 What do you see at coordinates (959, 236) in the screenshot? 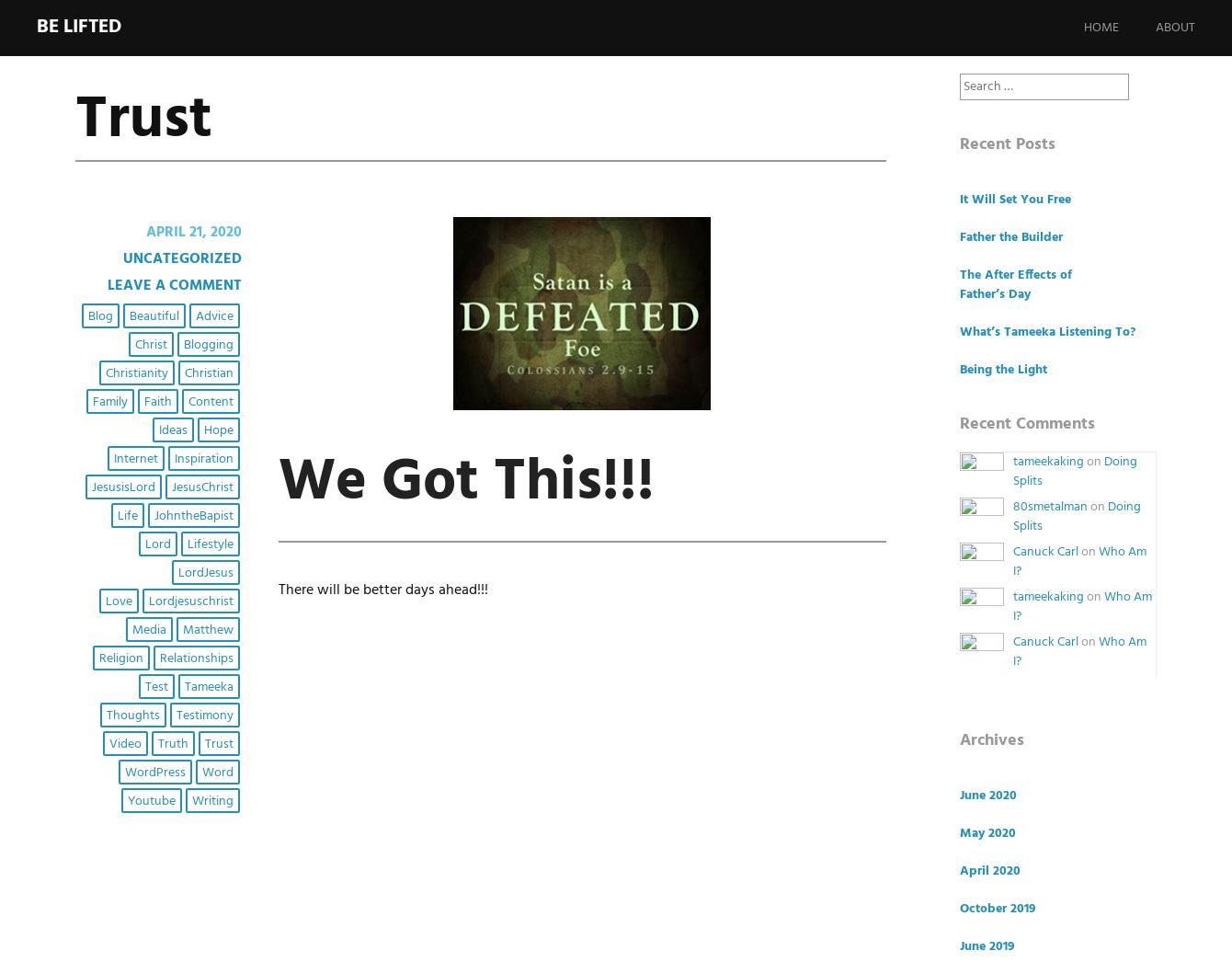
I see `'Father the Builder'` at bounding box center [959, 236].